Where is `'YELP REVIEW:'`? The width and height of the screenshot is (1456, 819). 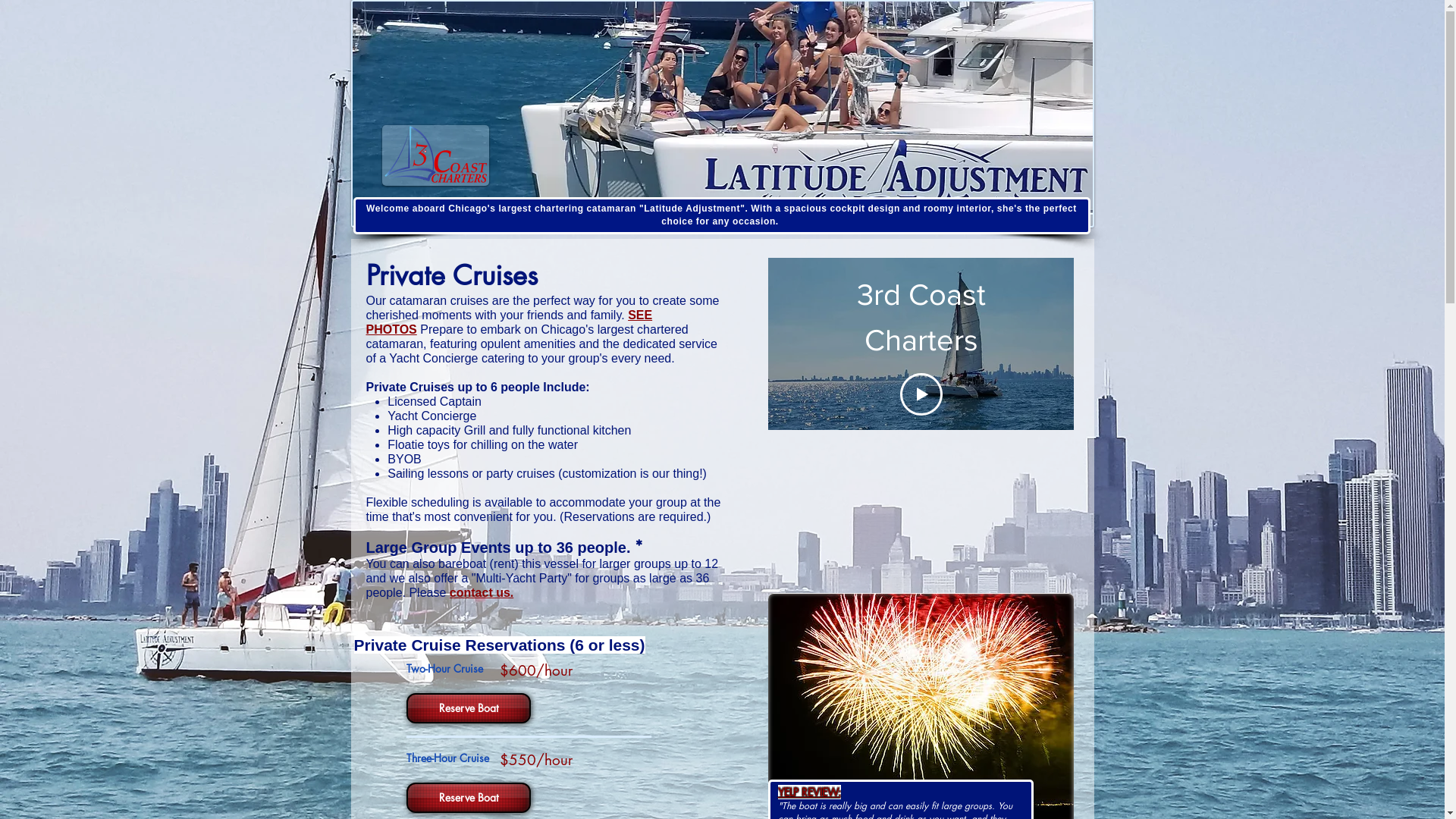
'YELP REVIEW:' is located at coordinates (808, 792).